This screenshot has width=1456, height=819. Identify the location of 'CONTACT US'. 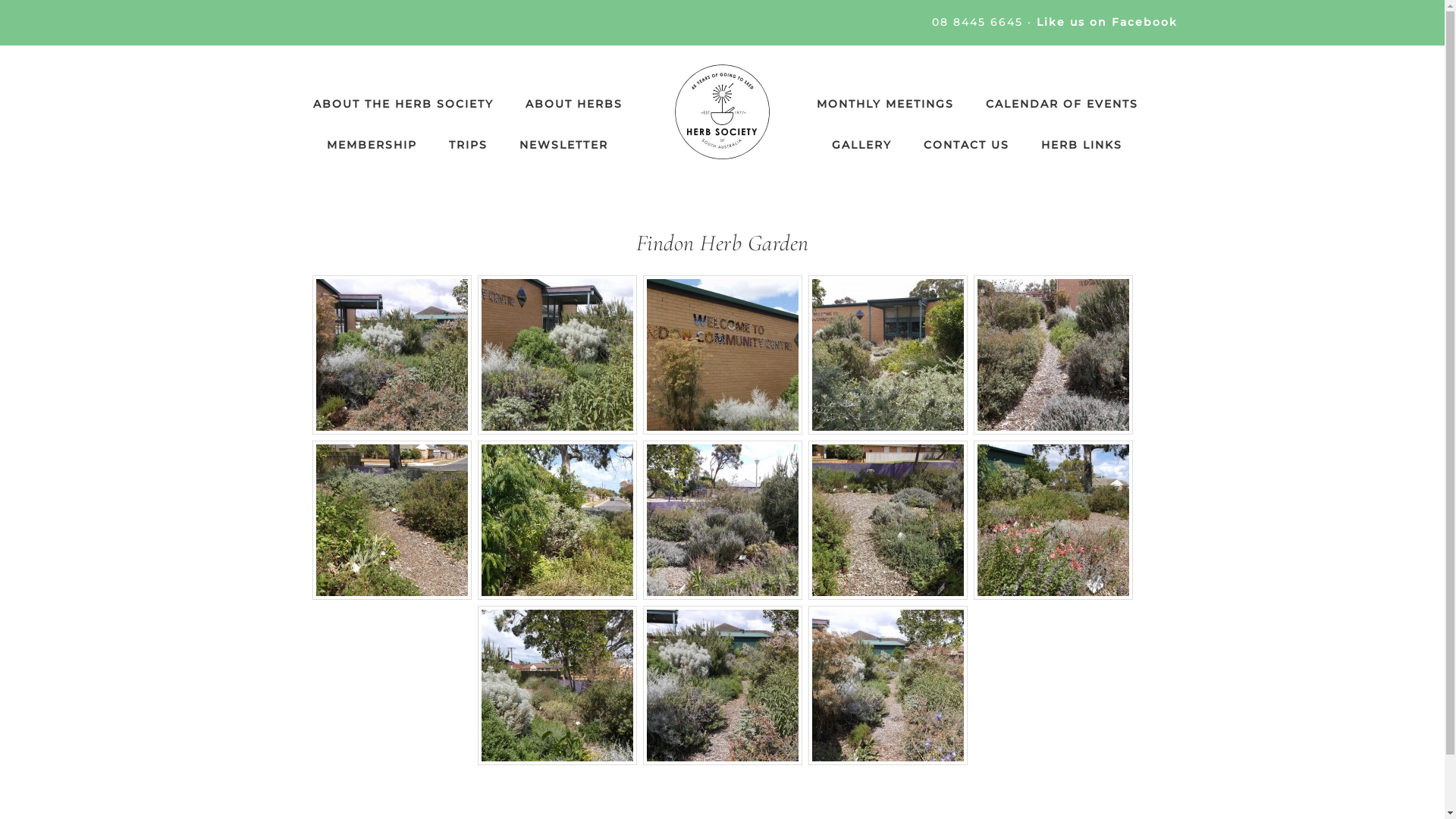
(965, 145).